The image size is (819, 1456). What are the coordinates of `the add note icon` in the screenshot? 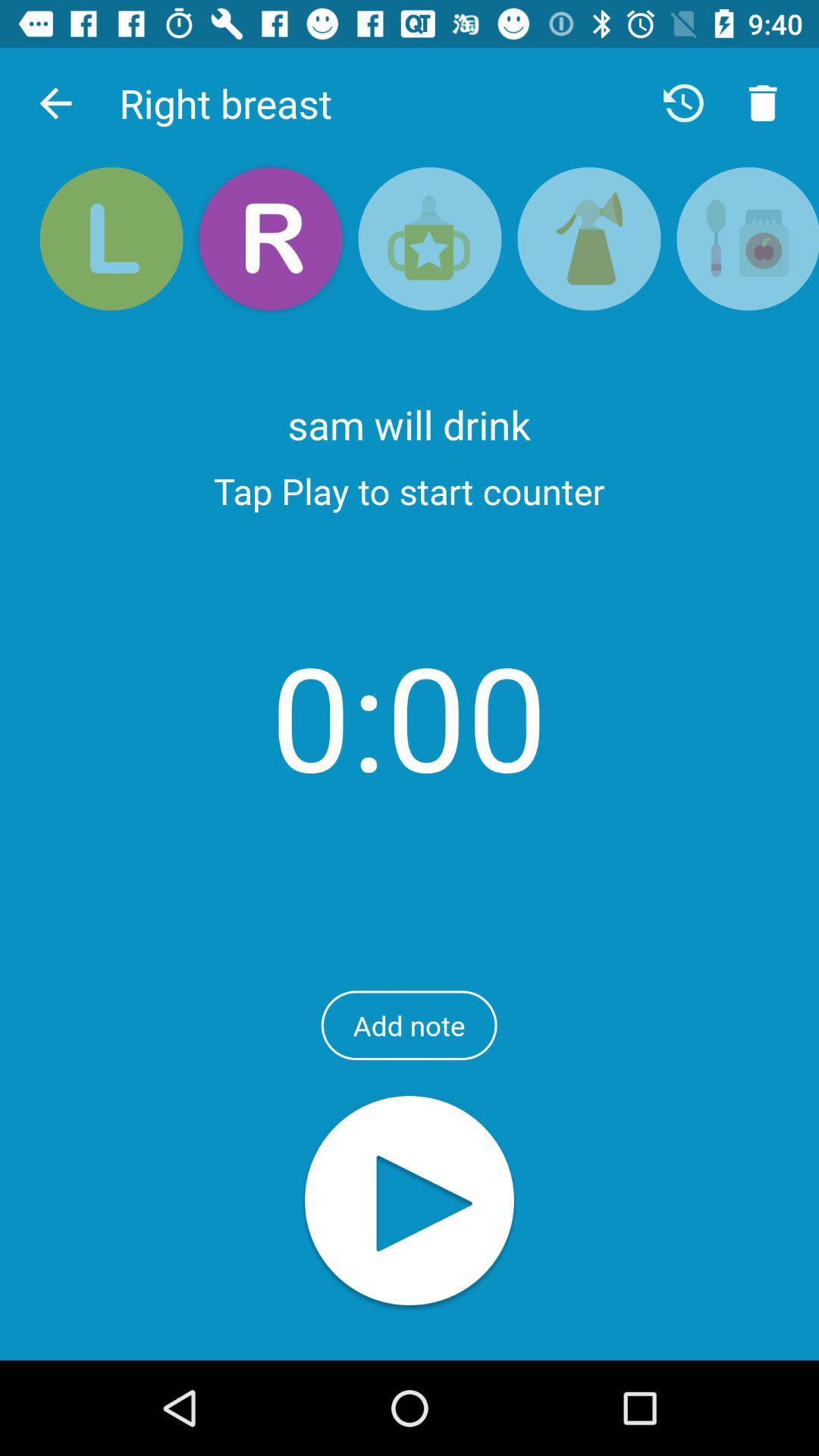 It's located at (408, 1025).